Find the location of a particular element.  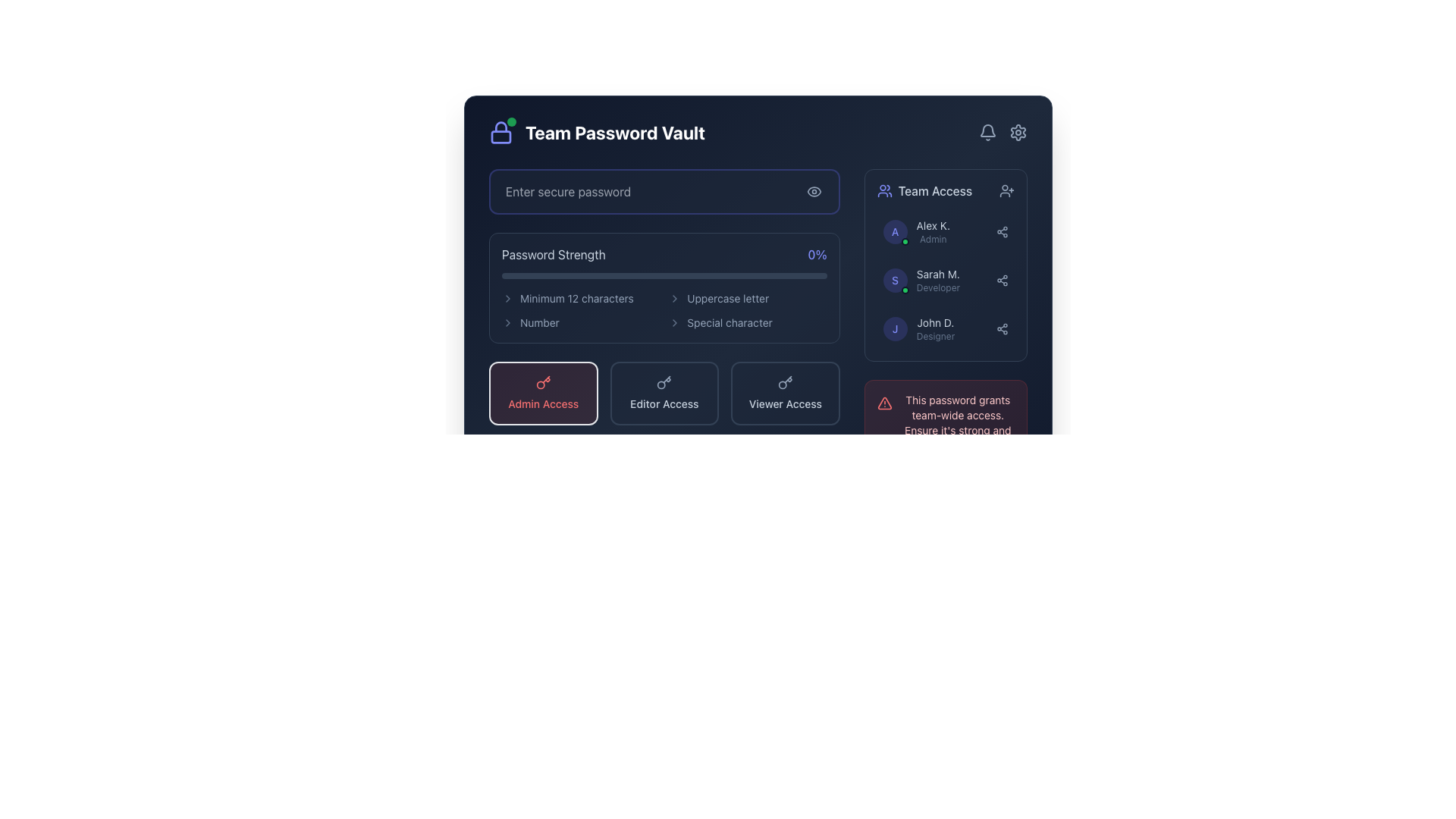

the 'Password Strength' text label, which is displayed in light gray and is part of the password security assessment section is located at coordinates (553, 253).